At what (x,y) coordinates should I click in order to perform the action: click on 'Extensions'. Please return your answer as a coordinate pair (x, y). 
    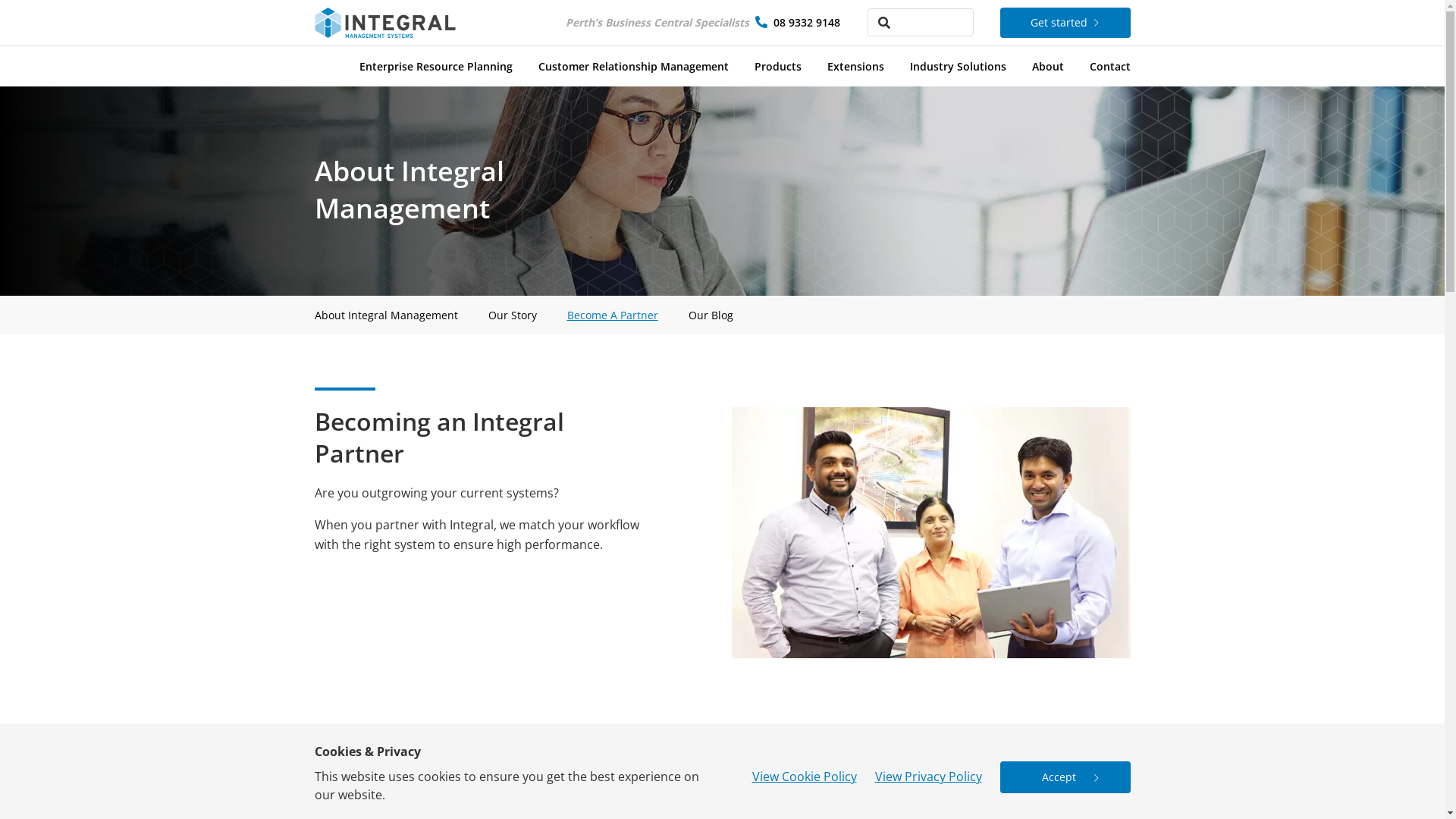
    Looking at the image, I should click on (855, 62).